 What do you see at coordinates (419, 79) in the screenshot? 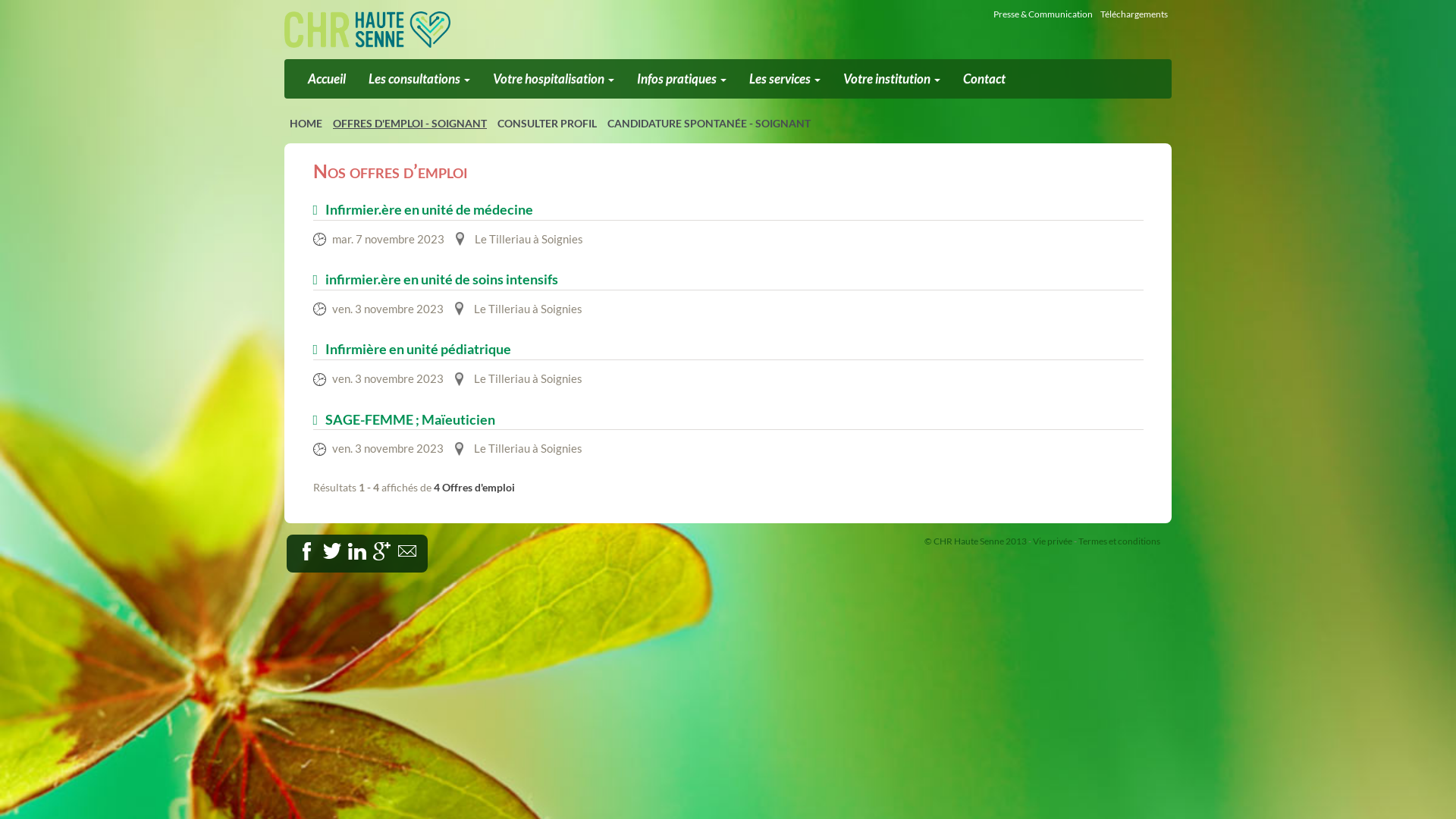
I see `'Les consultations'` at bounding box center [419, 79].